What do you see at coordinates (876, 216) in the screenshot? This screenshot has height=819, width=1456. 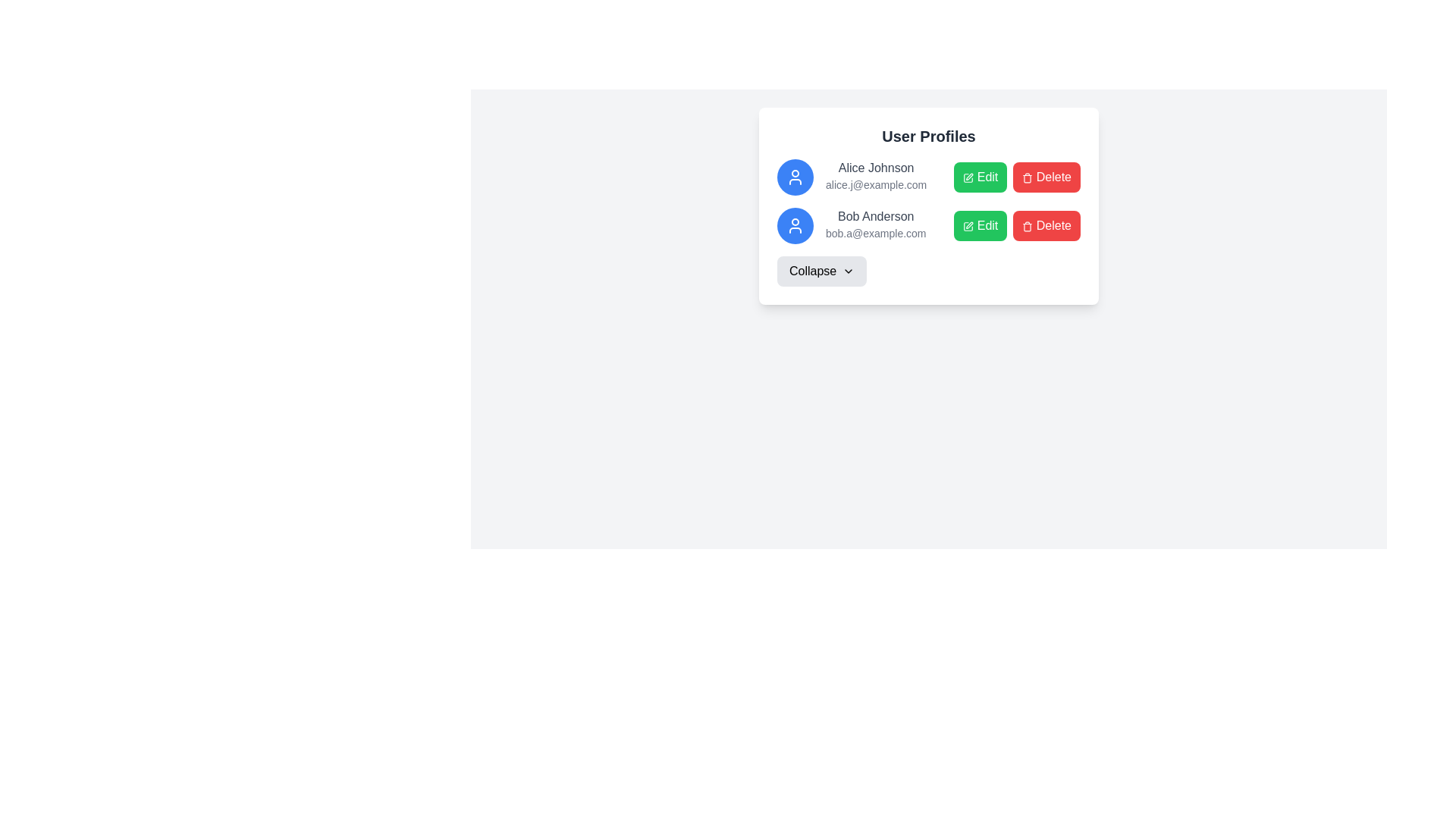 I see `the text label displaying the name 'Bob Anderson', which is styled in gray and located within the user profile section, specifically above the user's email address` at bounding box center [876, 216].